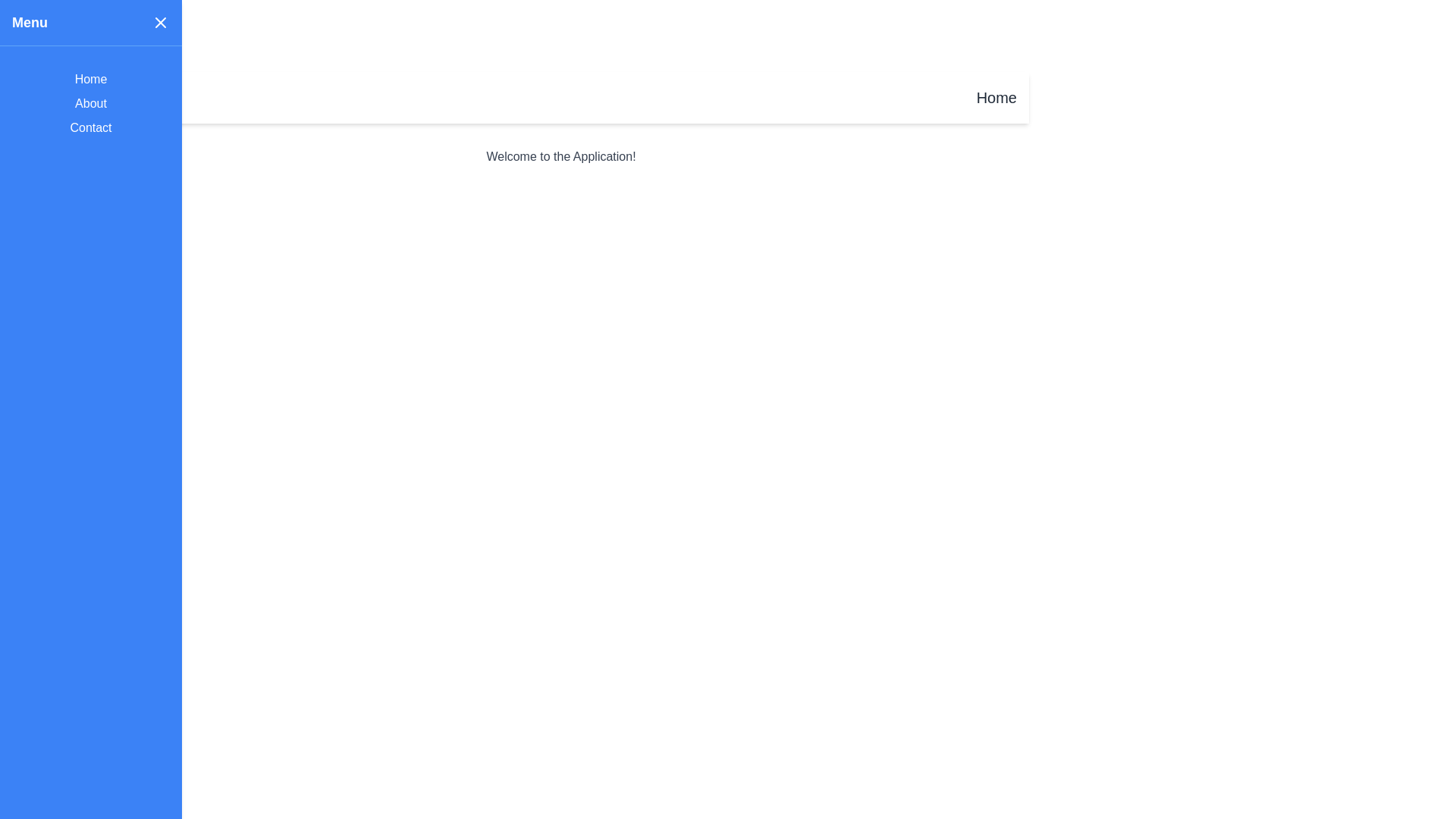 The height and width of the screenshot is (819, 1456). What do you see at coordinates (160, 23) in the screenshot?
I see `the close button icon located to the far right of the menu interface, just to the right of the 'Menu' text` at bounding box center [160, 23].